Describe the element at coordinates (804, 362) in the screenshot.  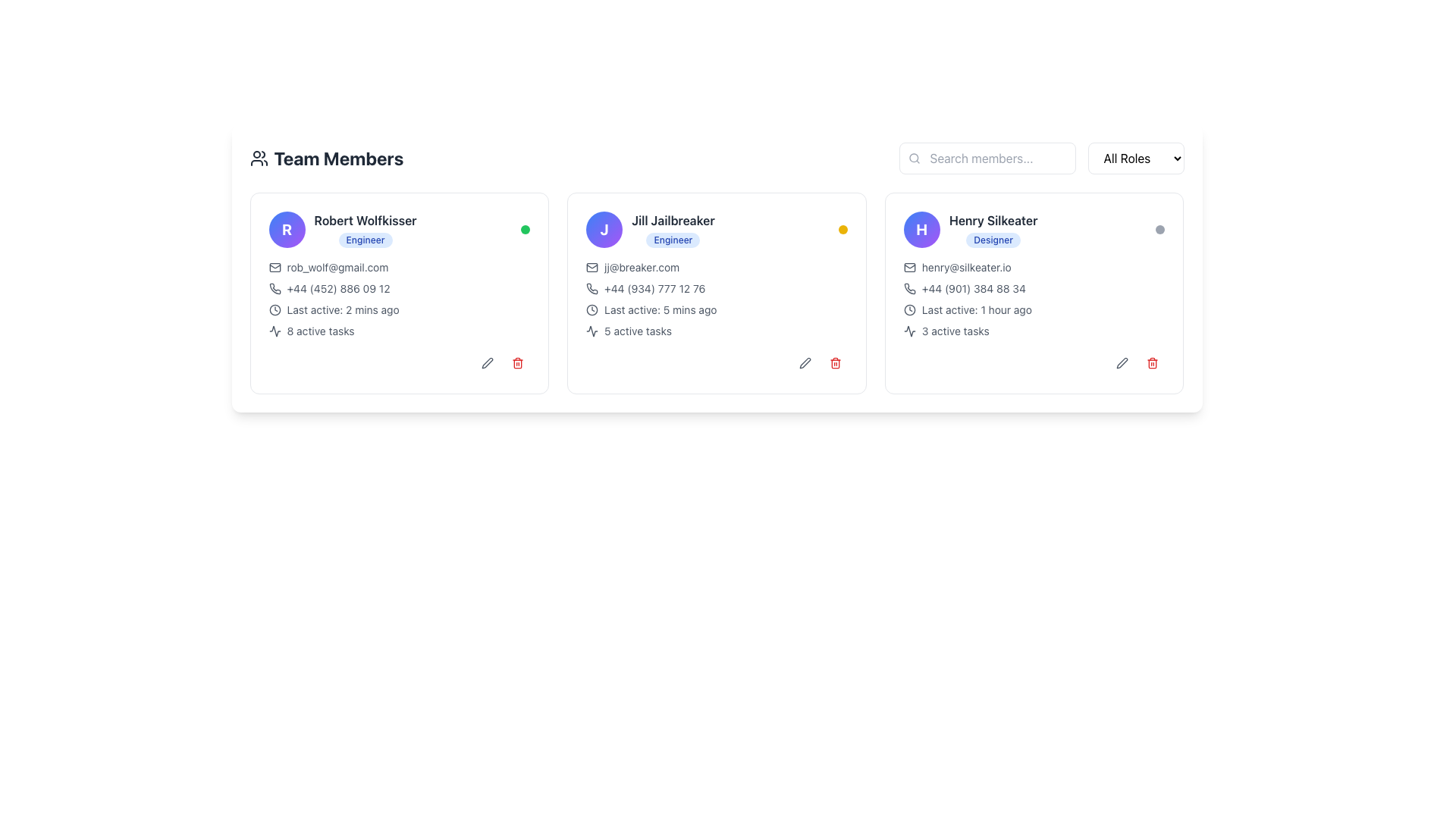
I see `the edit icon, which is a small pen-shaped icon located within the card of user Henry Silkeater` at that location.